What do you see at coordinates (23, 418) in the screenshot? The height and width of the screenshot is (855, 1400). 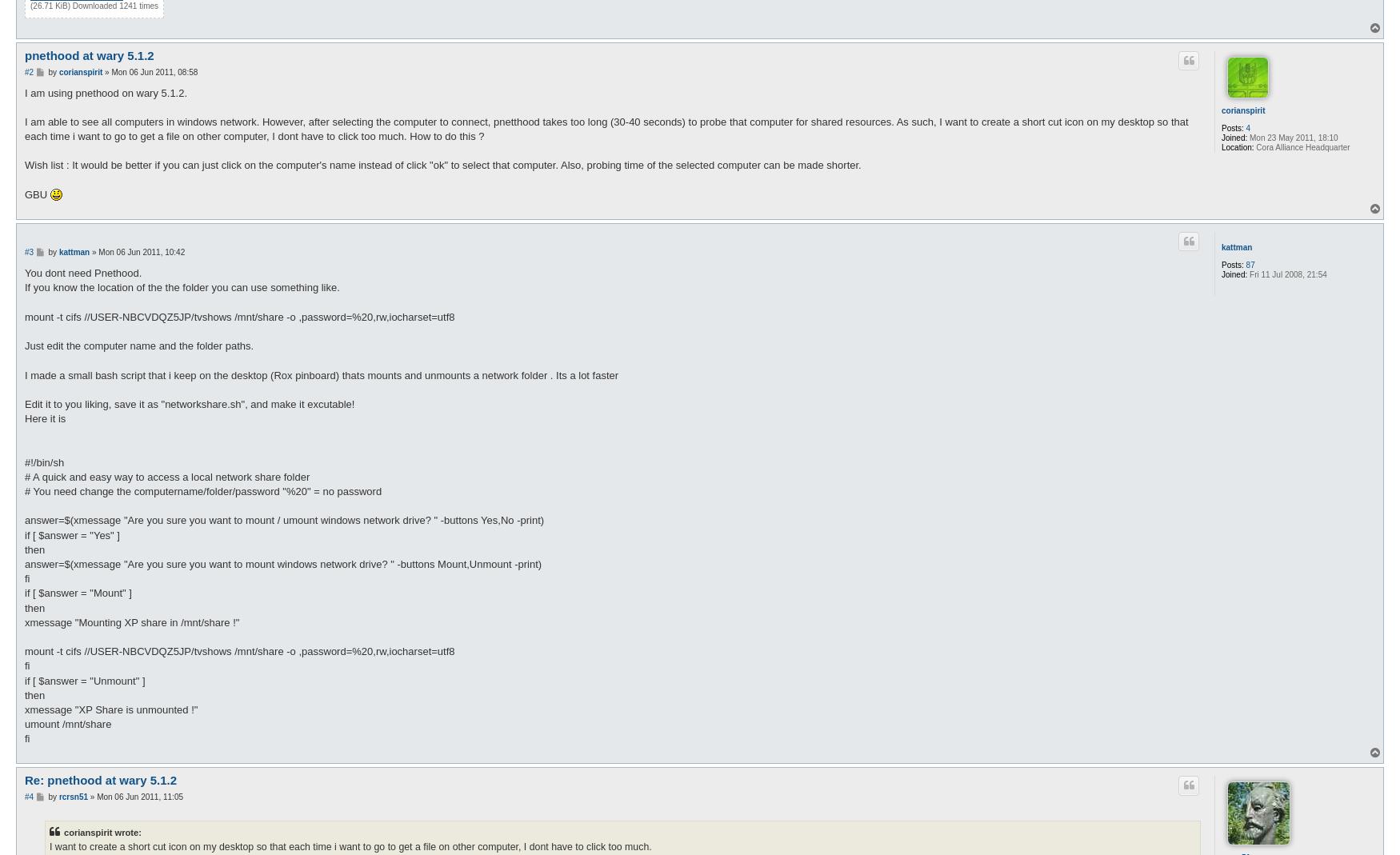 I see `'Here it is'` at bounding box center [23, 418].